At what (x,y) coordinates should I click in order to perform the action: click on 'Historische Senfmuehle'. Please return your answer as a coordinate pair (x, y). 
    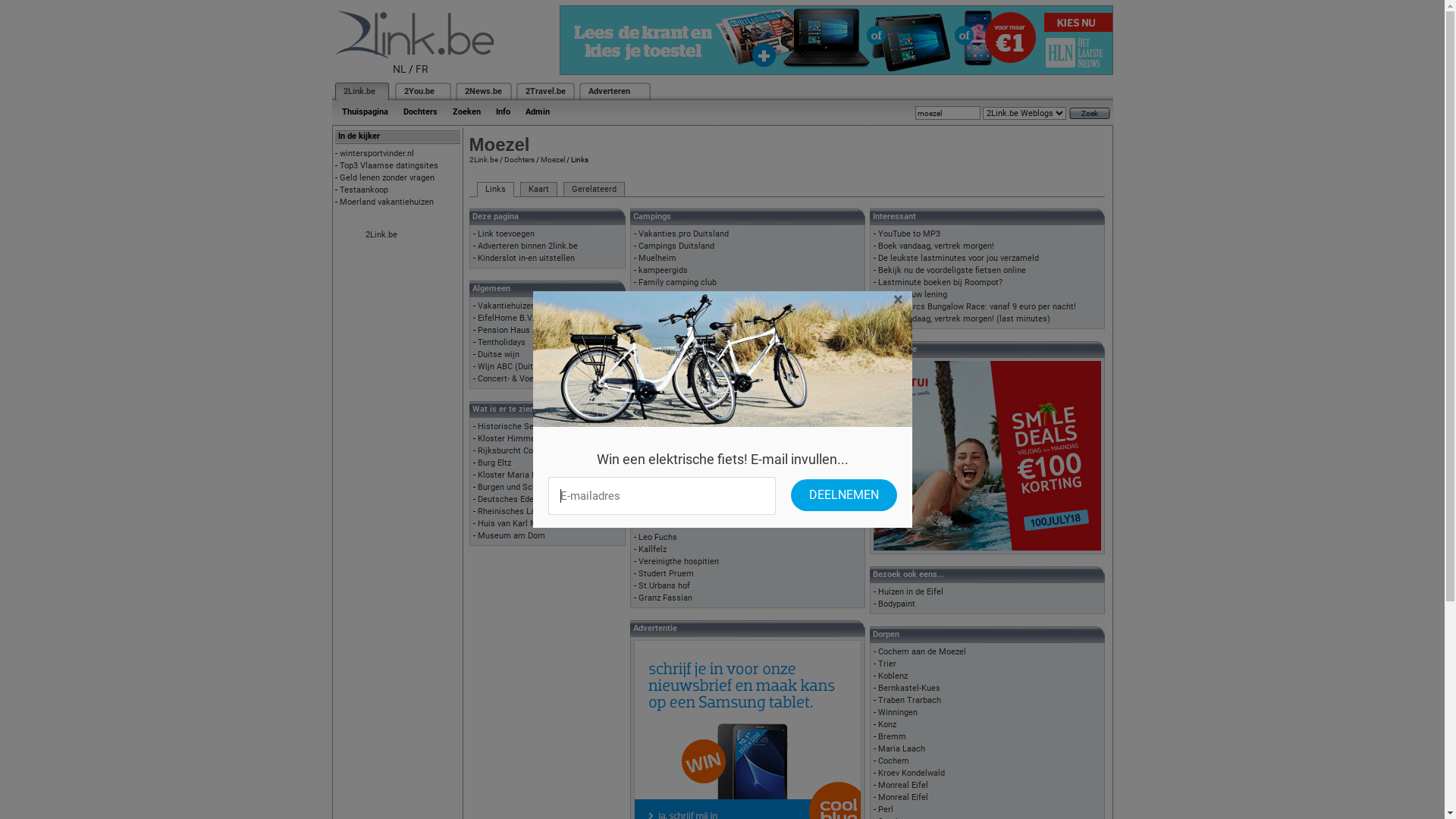
    Looking at the image, I should click on (523, 426).